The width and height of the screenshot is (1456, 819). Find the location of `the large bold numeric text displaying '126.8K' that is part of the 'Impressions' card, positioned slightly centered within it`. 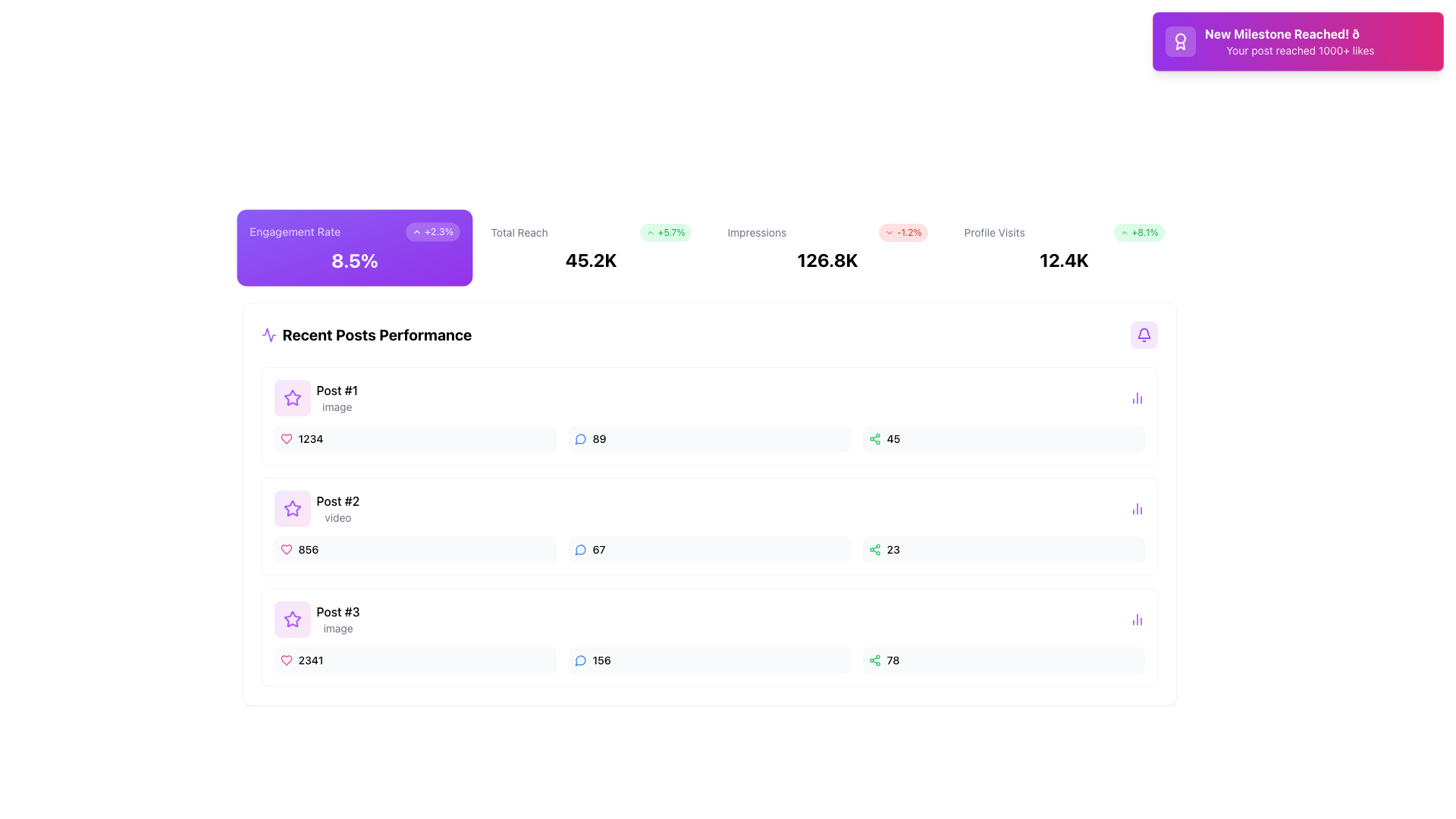

the large bold numeric text displaying '126.8K' that is part of the 'Impressions' card, positioned slightly centered within it is located at coordinates (827, 259).